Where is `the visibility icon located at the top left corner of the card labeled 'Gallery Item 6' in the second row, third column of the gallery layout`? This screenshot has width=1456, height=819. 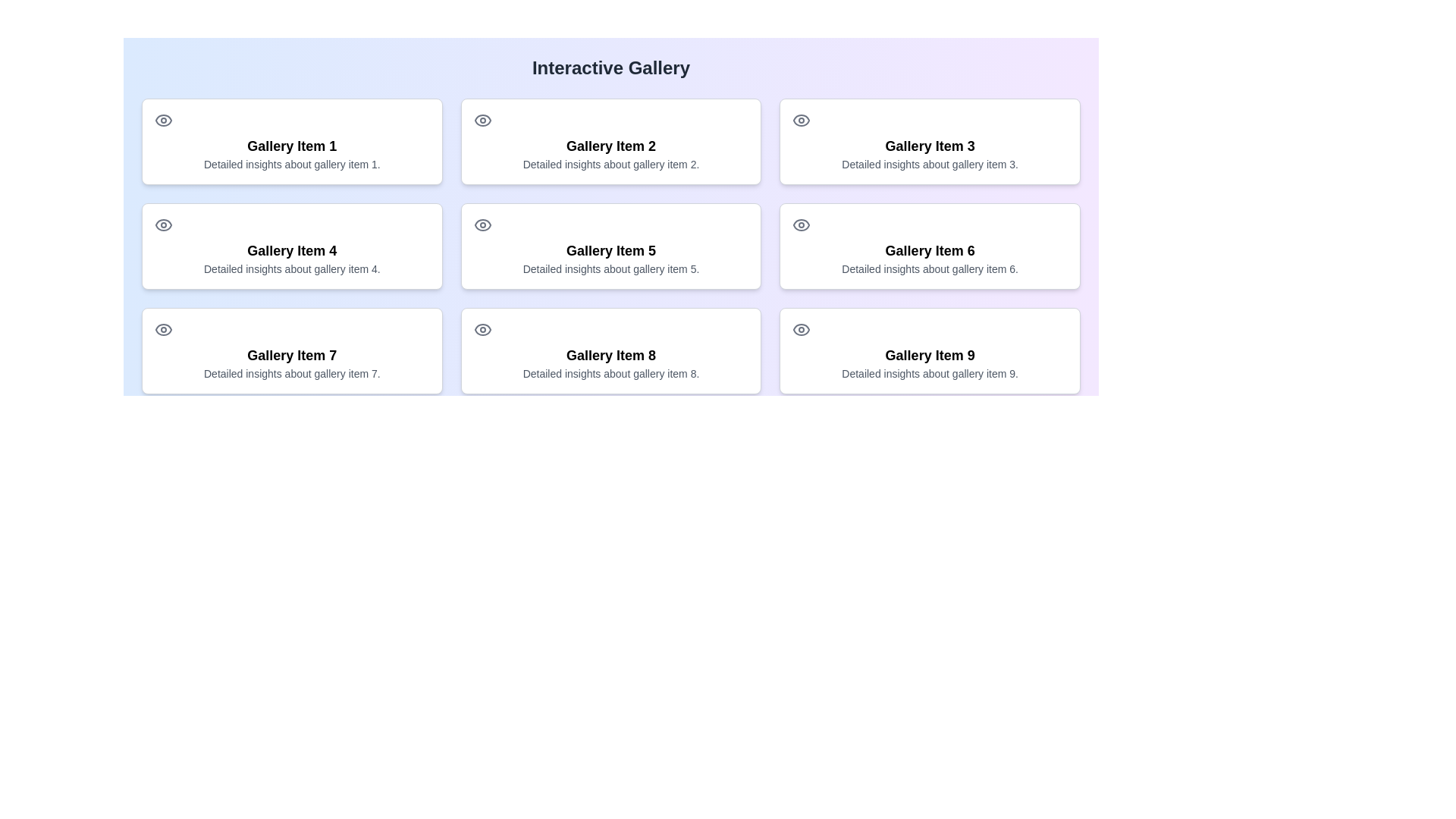
the visibility icon located at the top left corner of the card labeled 'Gallery Item 6' in the second row, third column of the gallery layout is located at coordinates (801, 225).